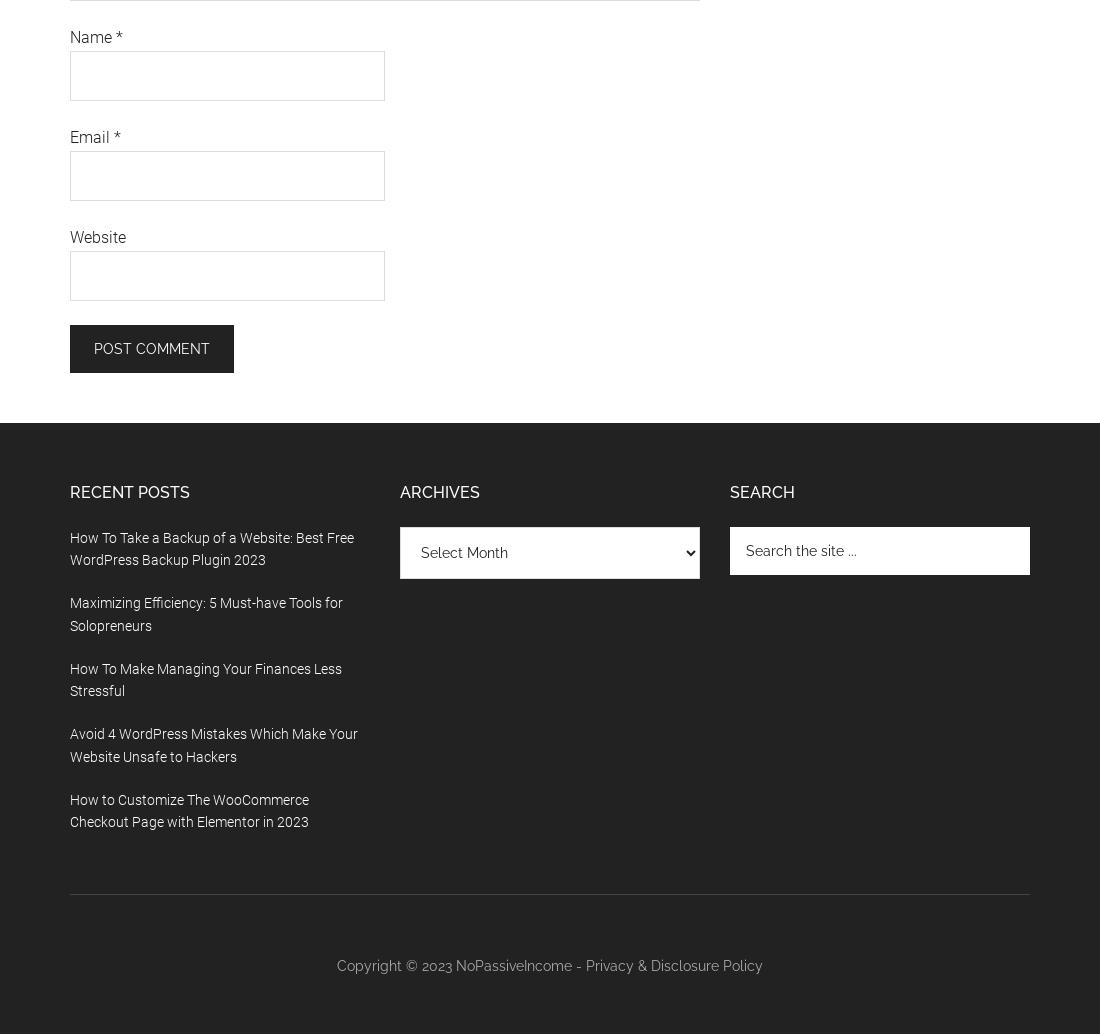 This screenshot has width=1100, height=1034. Describe the element at coordinates (211, 548) in the screenshot. I see `'How To Take a Backup of a Website: Best  Free WordPress Backup Plugin 2023'` at that location.